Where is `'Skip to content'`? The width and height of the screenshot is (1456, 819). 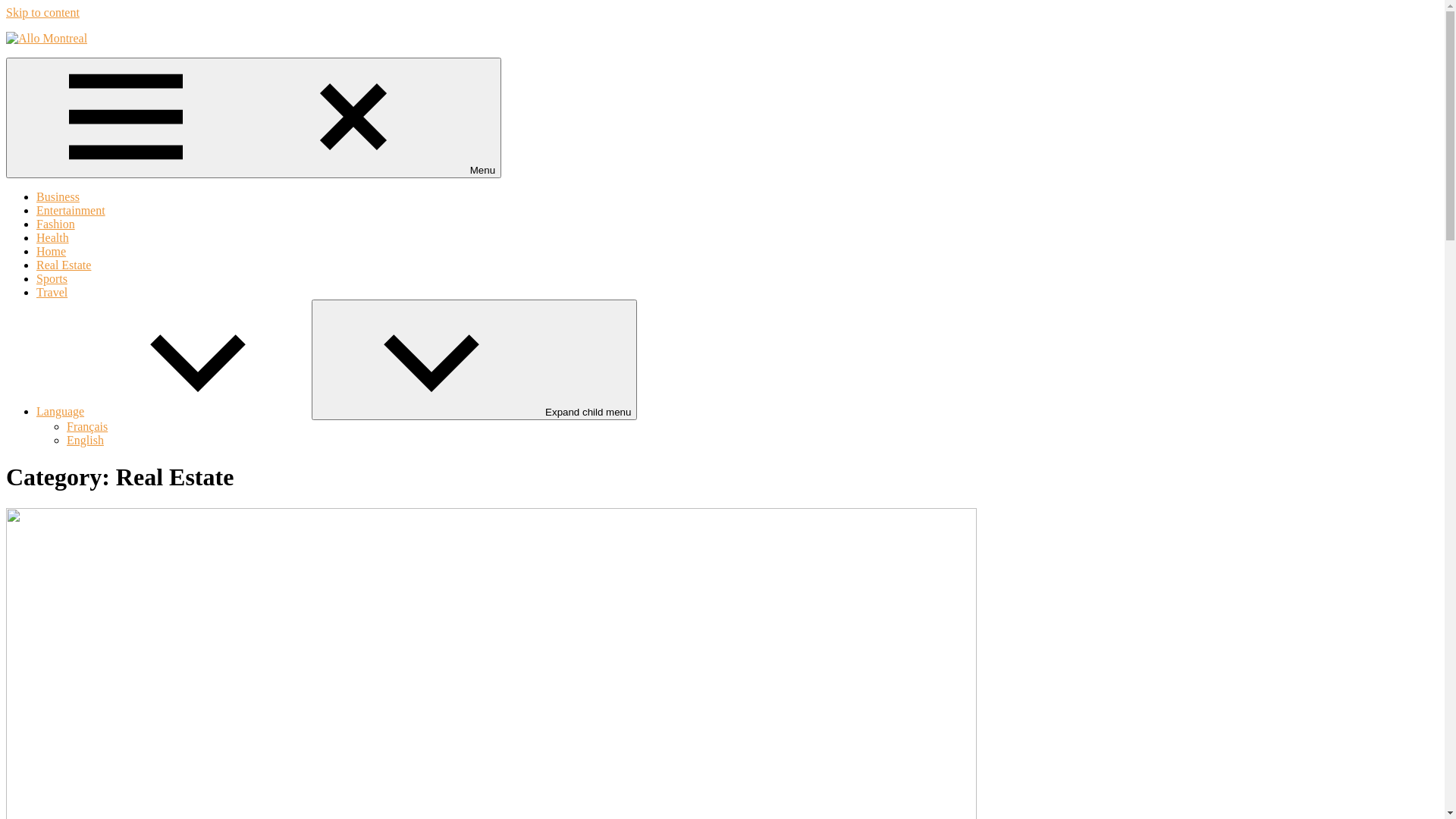
'Skip to content' is located at coordinates (42, 12).